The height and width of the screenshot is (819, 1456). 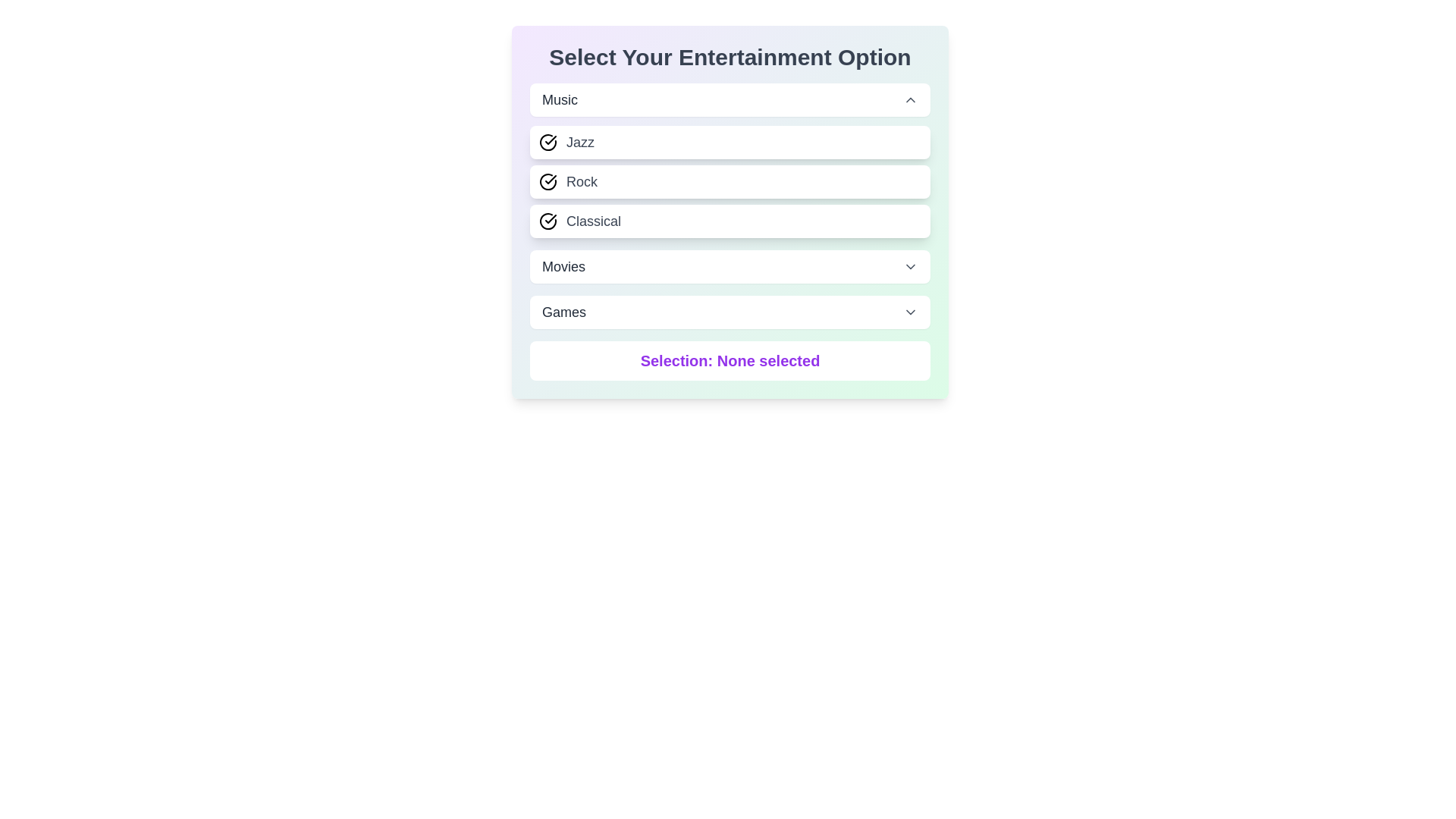 I want to click on the downwards-pointing chevron icon next to the 'Games' label, so click(x=910, y=312).